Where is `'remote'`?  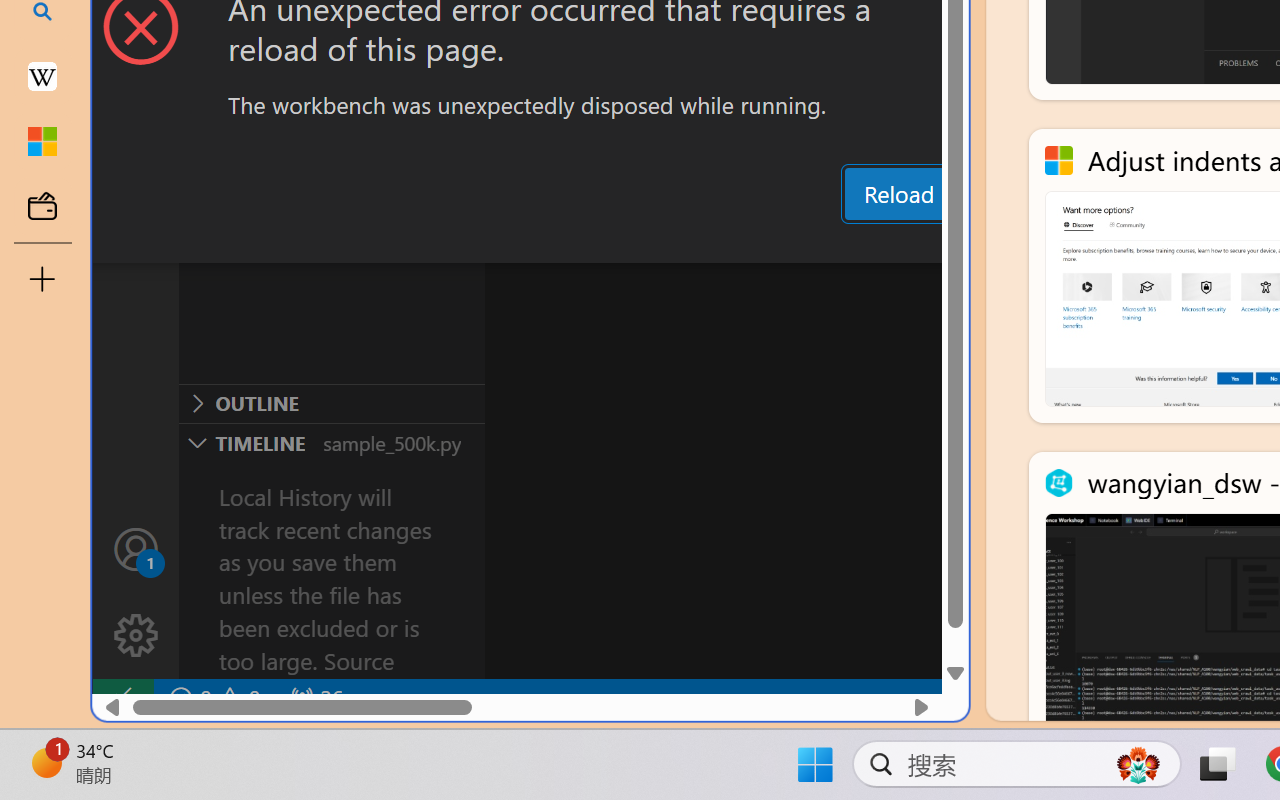
'remote' is located at coordinates (121, 698).